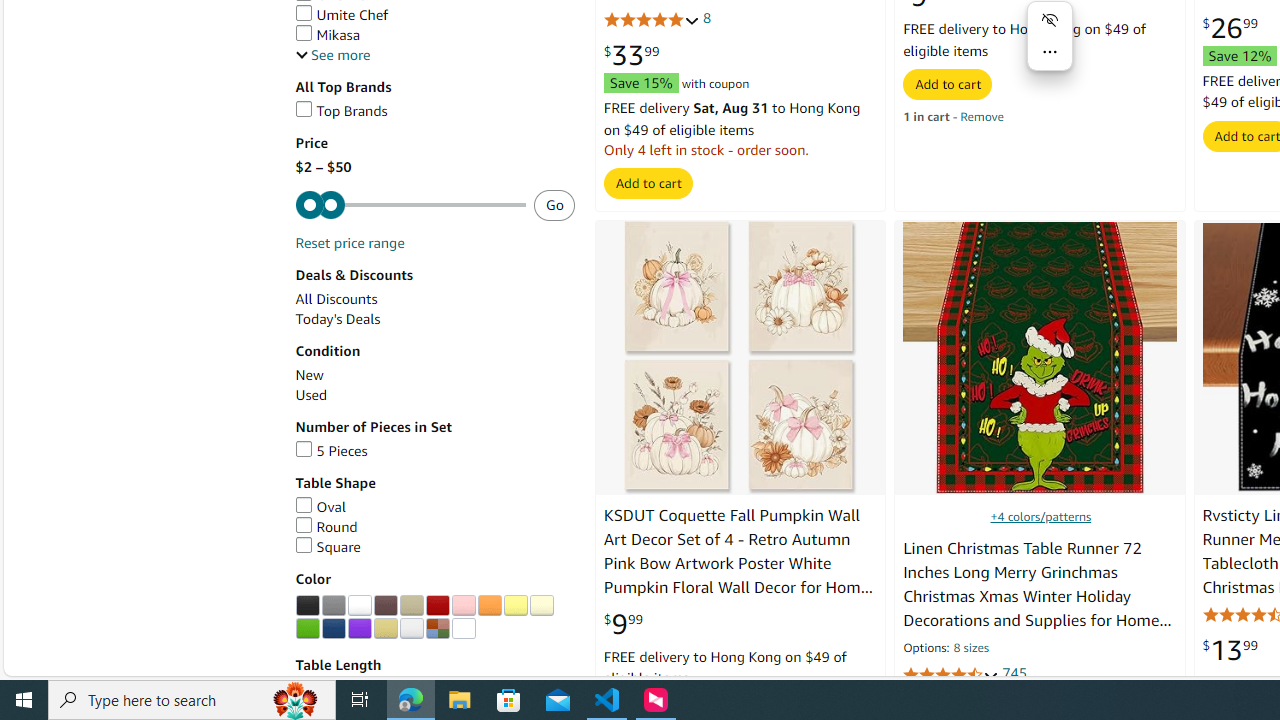 This screenshot has height=720, width=1280. What do you see at coordinates (1229, 650) in the screenshot?
I see `'$13.99'` at bounding box center [1229, 650].